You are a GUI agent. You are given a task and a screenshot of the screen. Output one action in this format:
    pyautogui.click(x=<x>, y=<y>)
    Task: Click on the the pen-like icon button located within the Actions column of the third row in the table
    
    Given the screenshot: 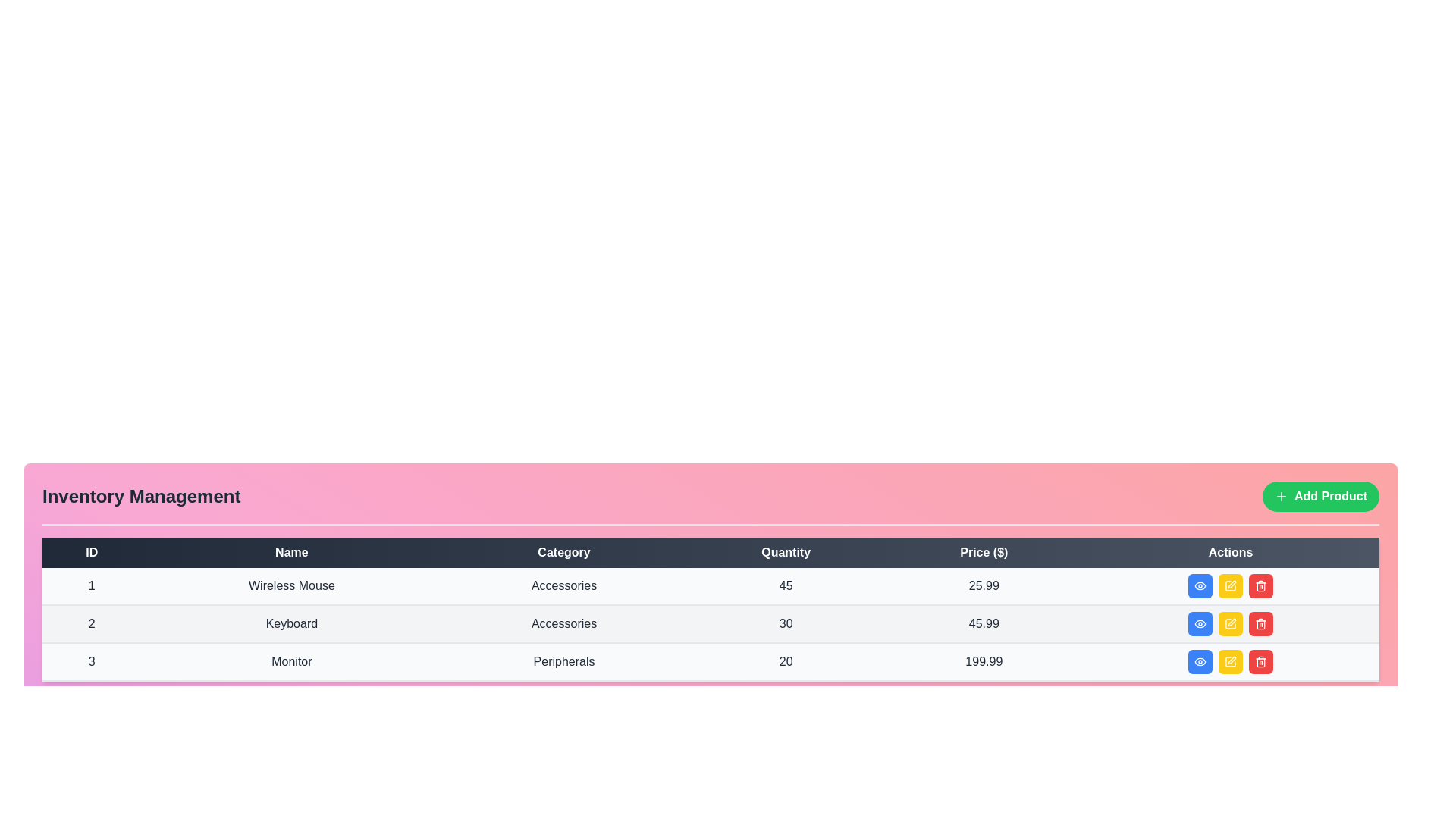 What is the action you would take?
    pyautogui.click(x=1232, y=660)
    